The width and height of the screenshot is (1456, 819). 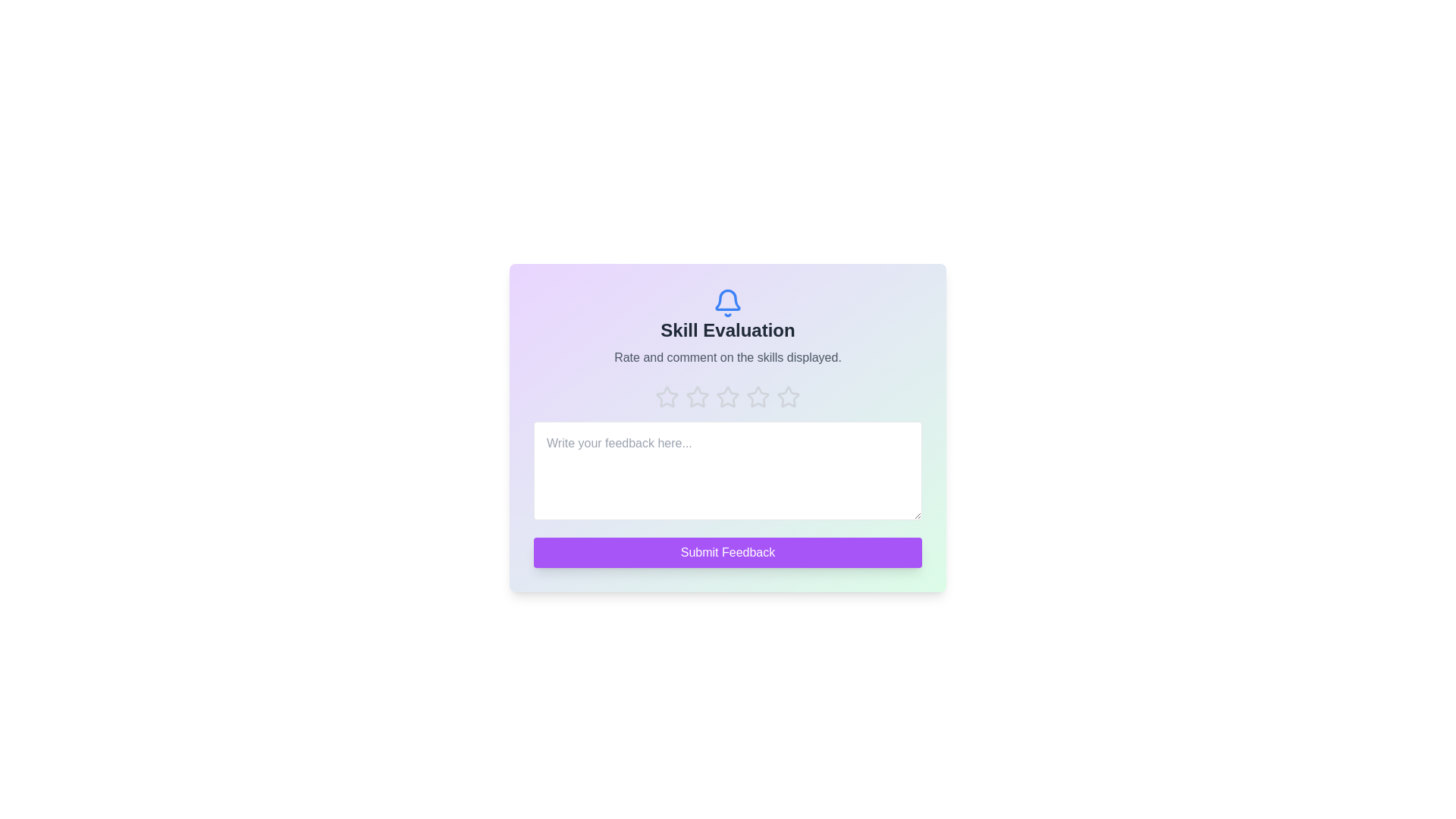 I want to click on the star corresponding to the rating 3, so click(x=728, y=397).